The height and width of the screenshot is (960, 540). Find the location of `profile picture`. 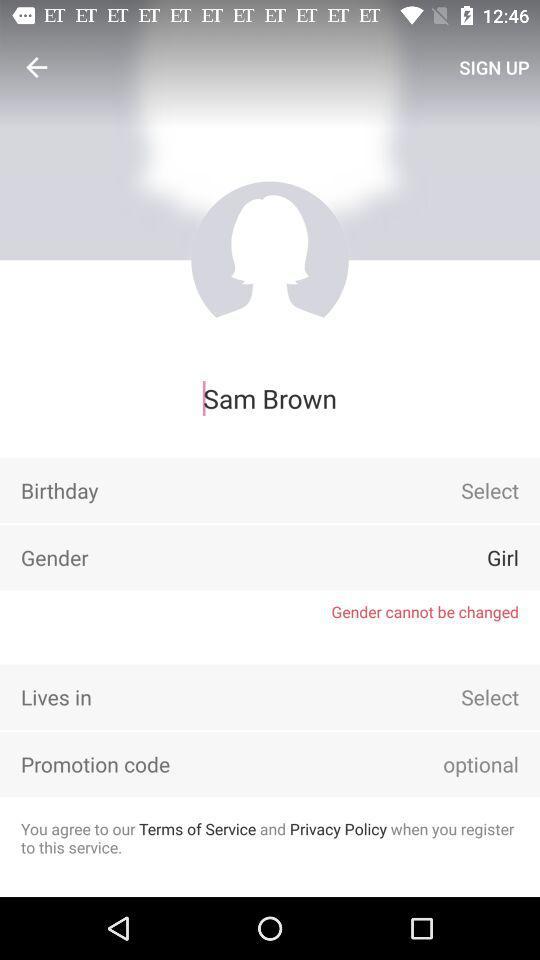

profile picture is located at coordinates (270, 259).